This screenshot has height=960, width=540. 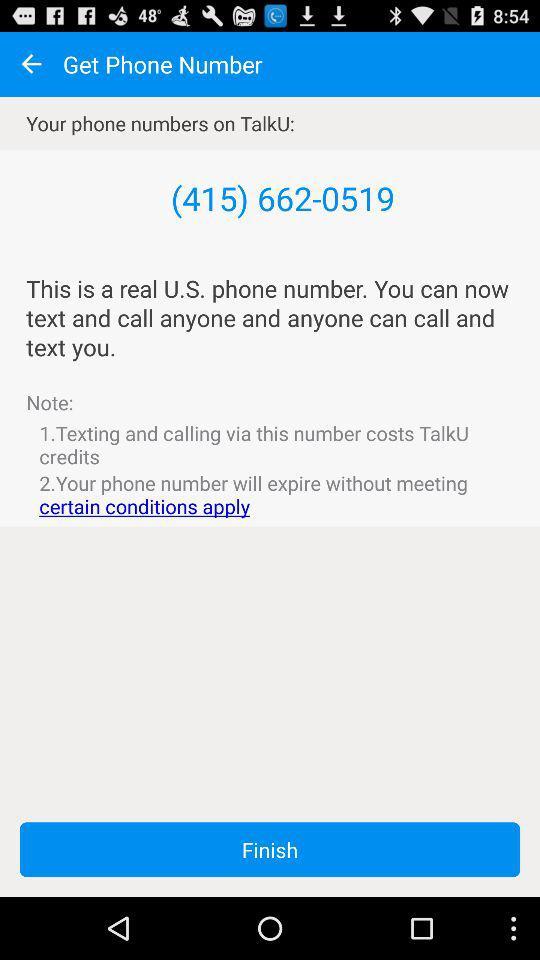 What do you see at coordinates (270, 493) in the screenshot?
I see `the 2 your phone icon` at bounding box center [270, 493].